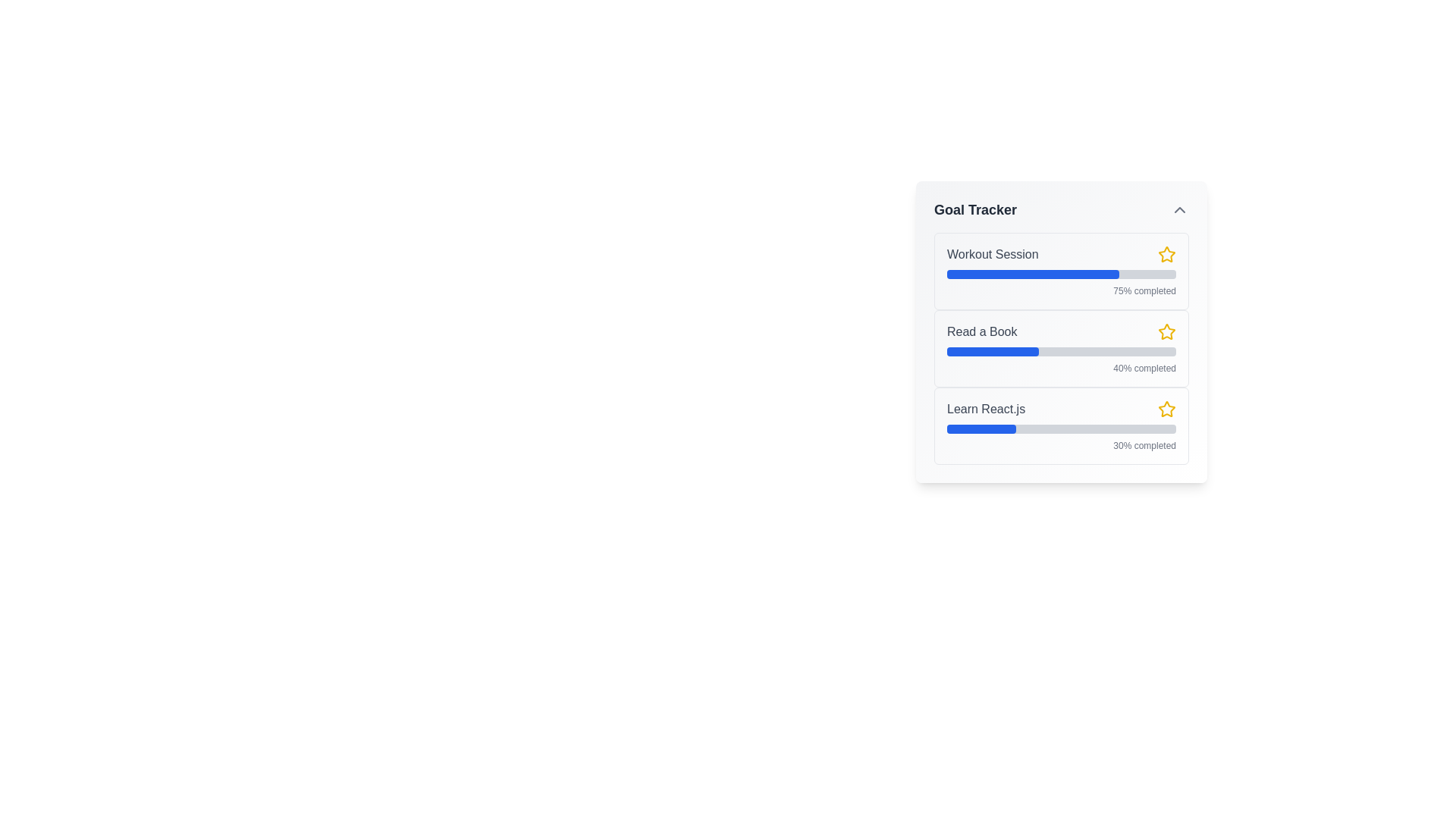 The image size is (1456, 819). I want to click on the Progress Indicator (Filled Segment) that visually represents the completion progress of the 'Workout Session' task within the Goal Tracker interface, so click(1032, 275).